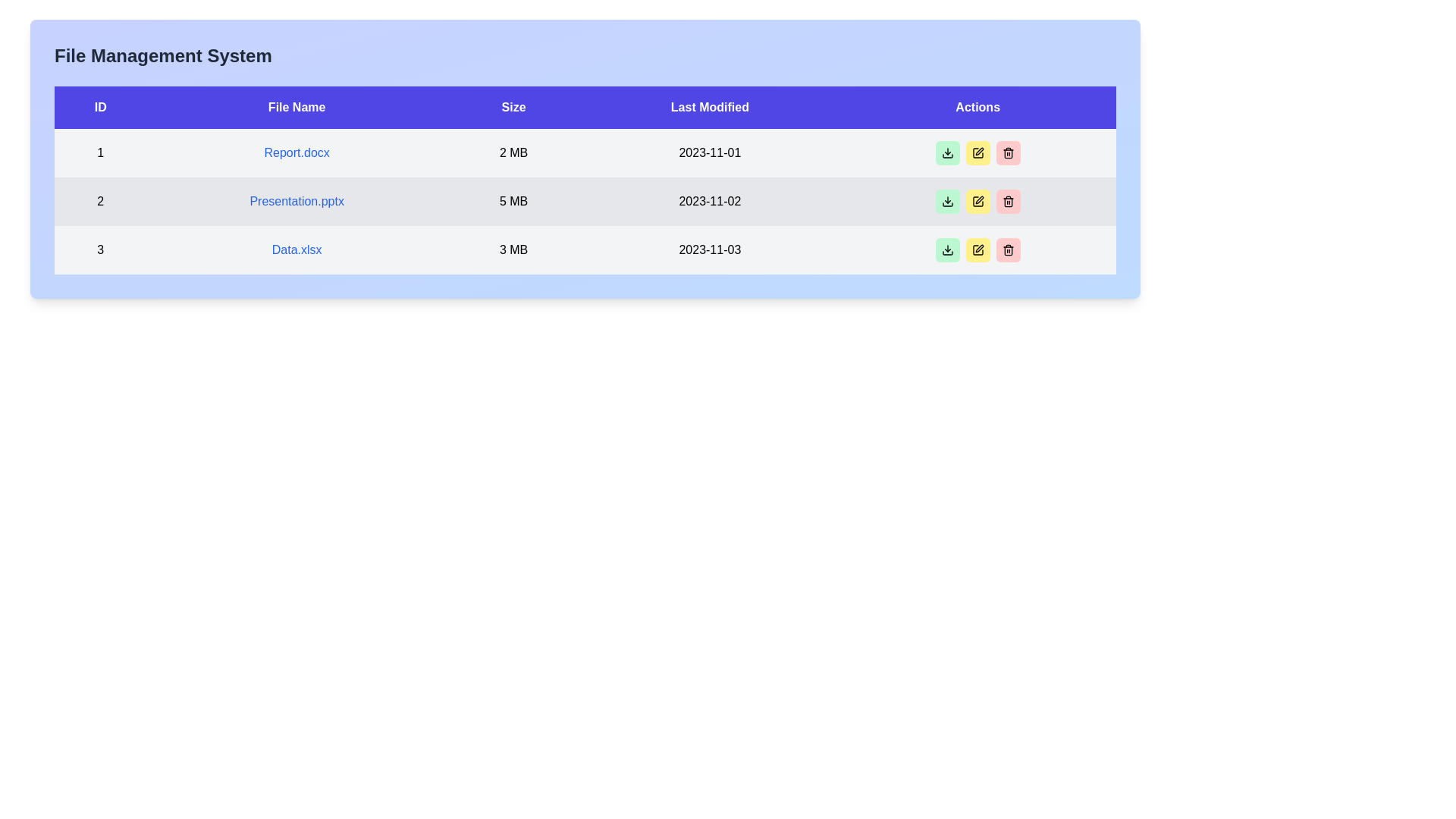 This screenshot has height=819, width=1456. Describe the element at coordinates (163, 55) in the screenshot. I see `the header text 'File Management System' displayed prominently at the top left of the interface` at that location.